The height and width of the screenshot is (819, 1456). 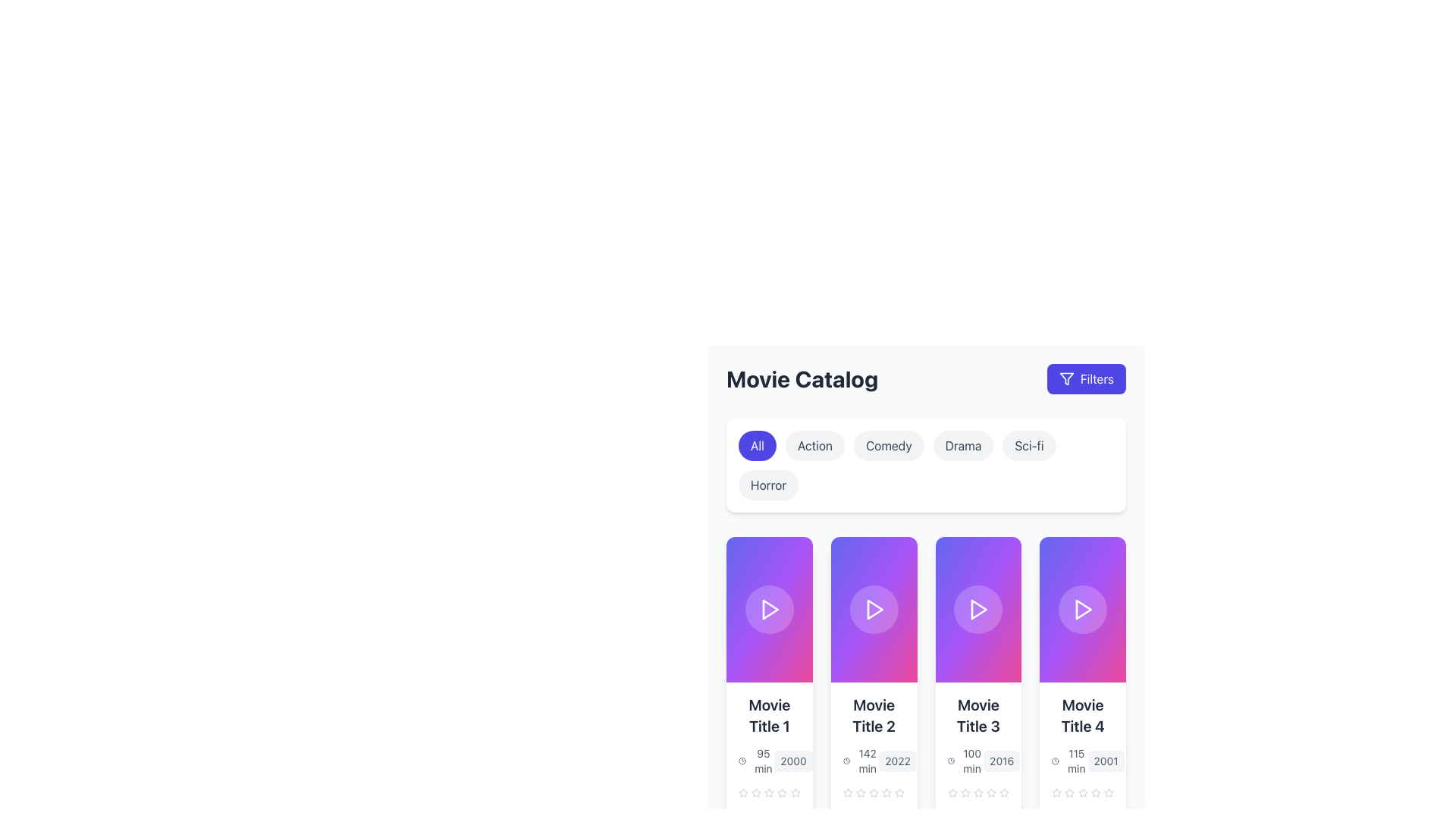 What do you see at coordinates (874, 608) in the screenshot?
I see `the circular play button with a semi-transparent white background located in the 'Movie Title 2' card` at bounding box center [874, 608].